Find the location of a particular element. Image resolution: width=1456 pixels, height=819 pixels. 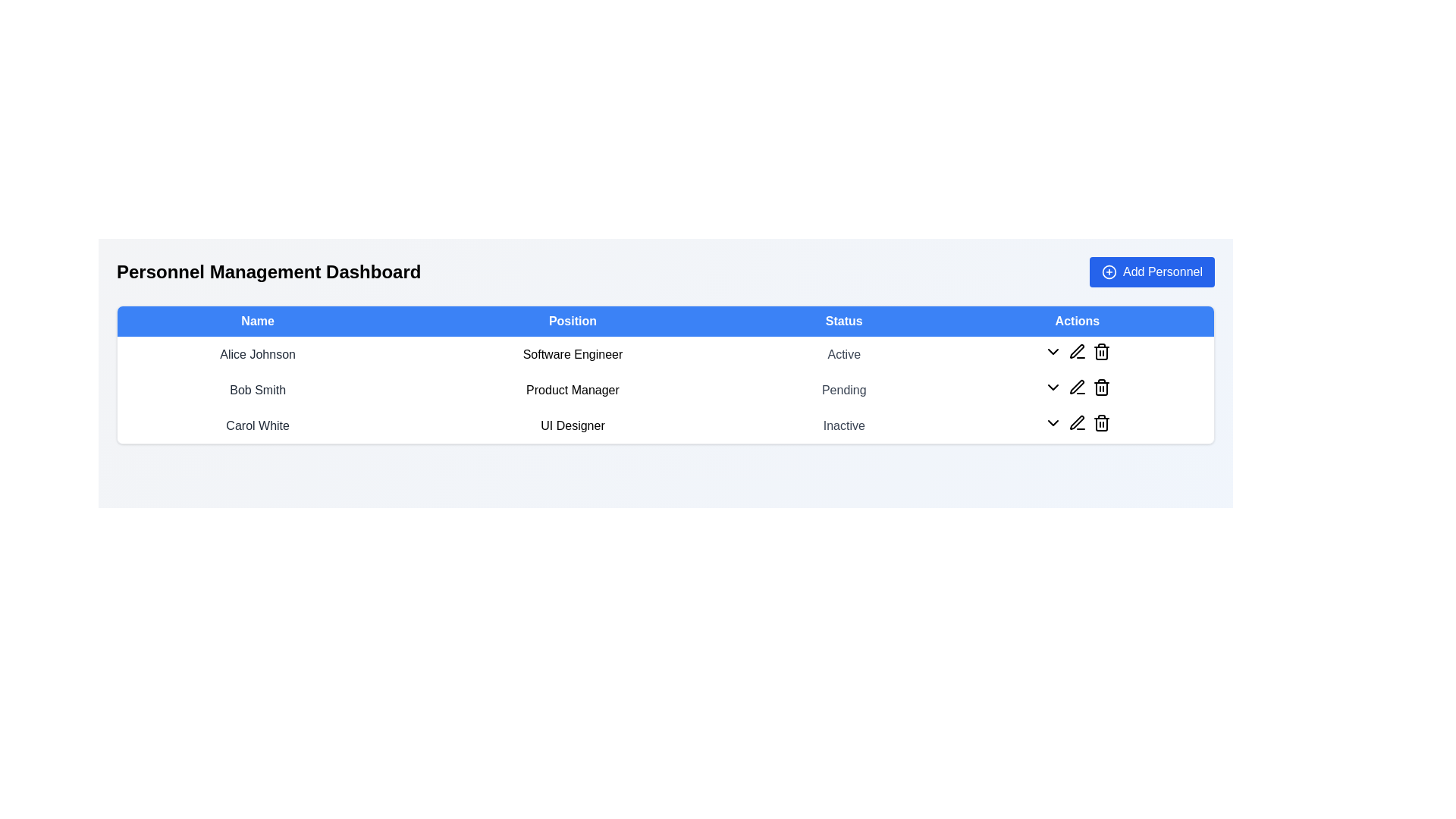

the 'Status' text label, which is displayed in white within a blue header bar and is centrally located at the top of the data table is located at coordinates (843, 321).